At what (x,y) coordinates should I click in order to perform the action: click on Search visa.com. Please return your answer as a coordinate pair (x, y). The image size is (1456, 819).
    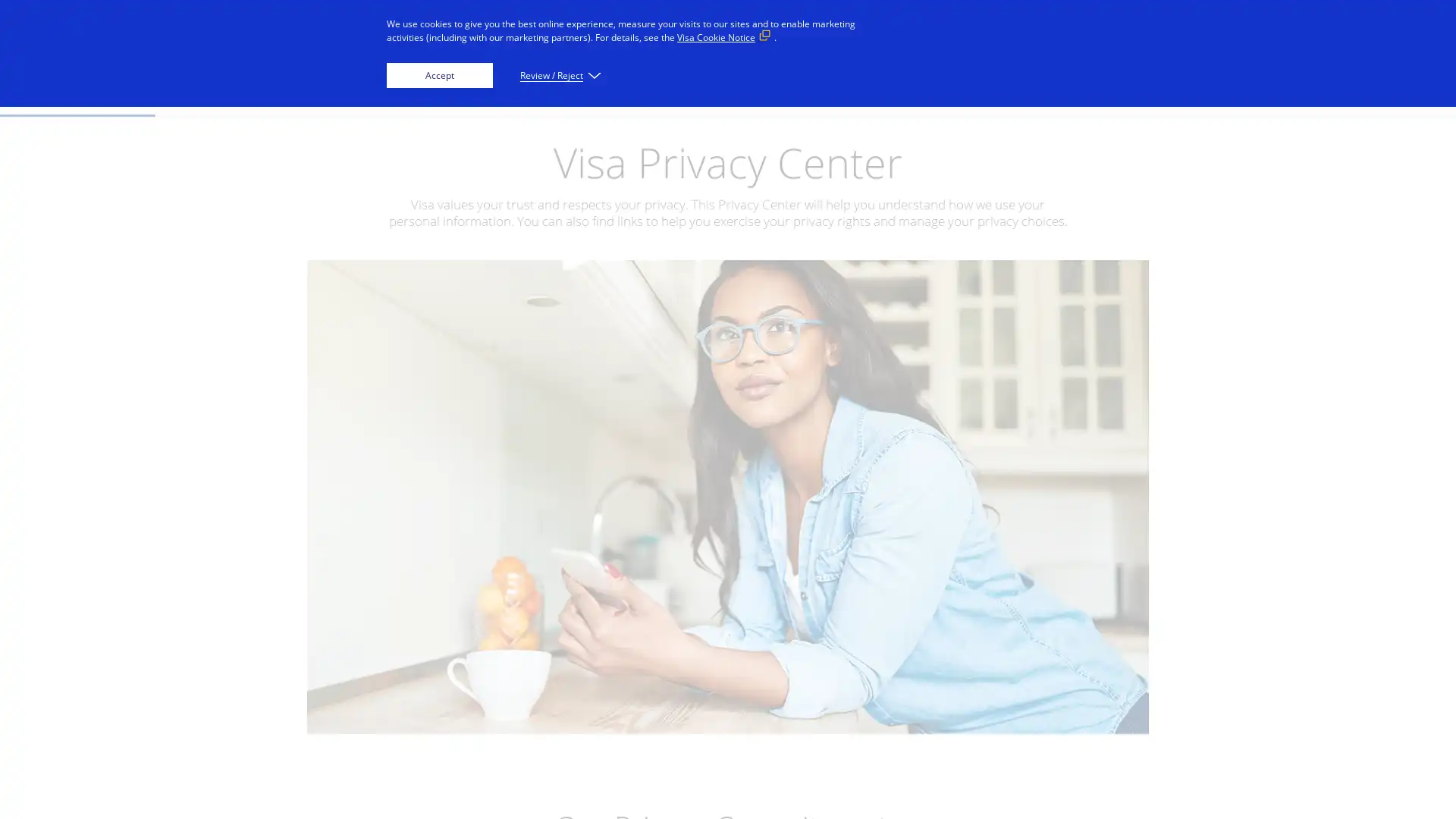
    Looking at the image, I should click on (1419, 40).